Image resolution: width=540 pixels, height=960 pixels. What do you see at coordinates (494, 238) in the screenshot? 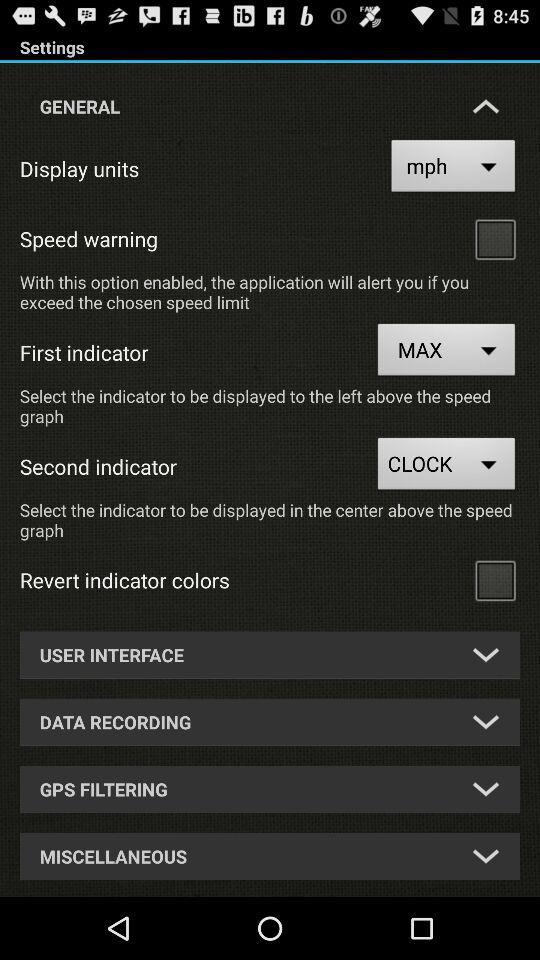
I see `tick box` at bounding box center [494, 238].